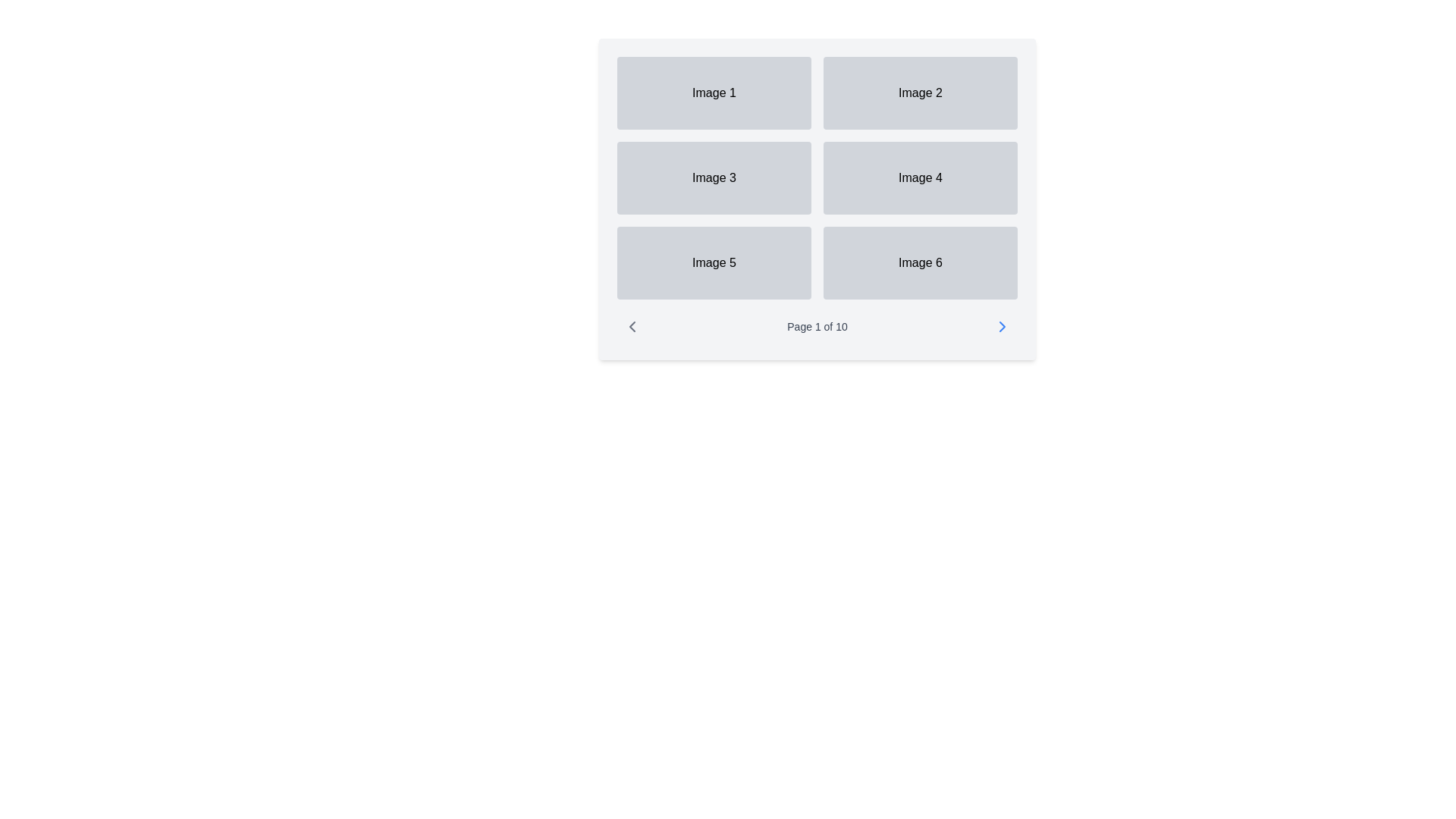 This screenshot has width=1456, height=819. I want to click on the blue right arrow icon on the pagination bar, so click(1002, 326).